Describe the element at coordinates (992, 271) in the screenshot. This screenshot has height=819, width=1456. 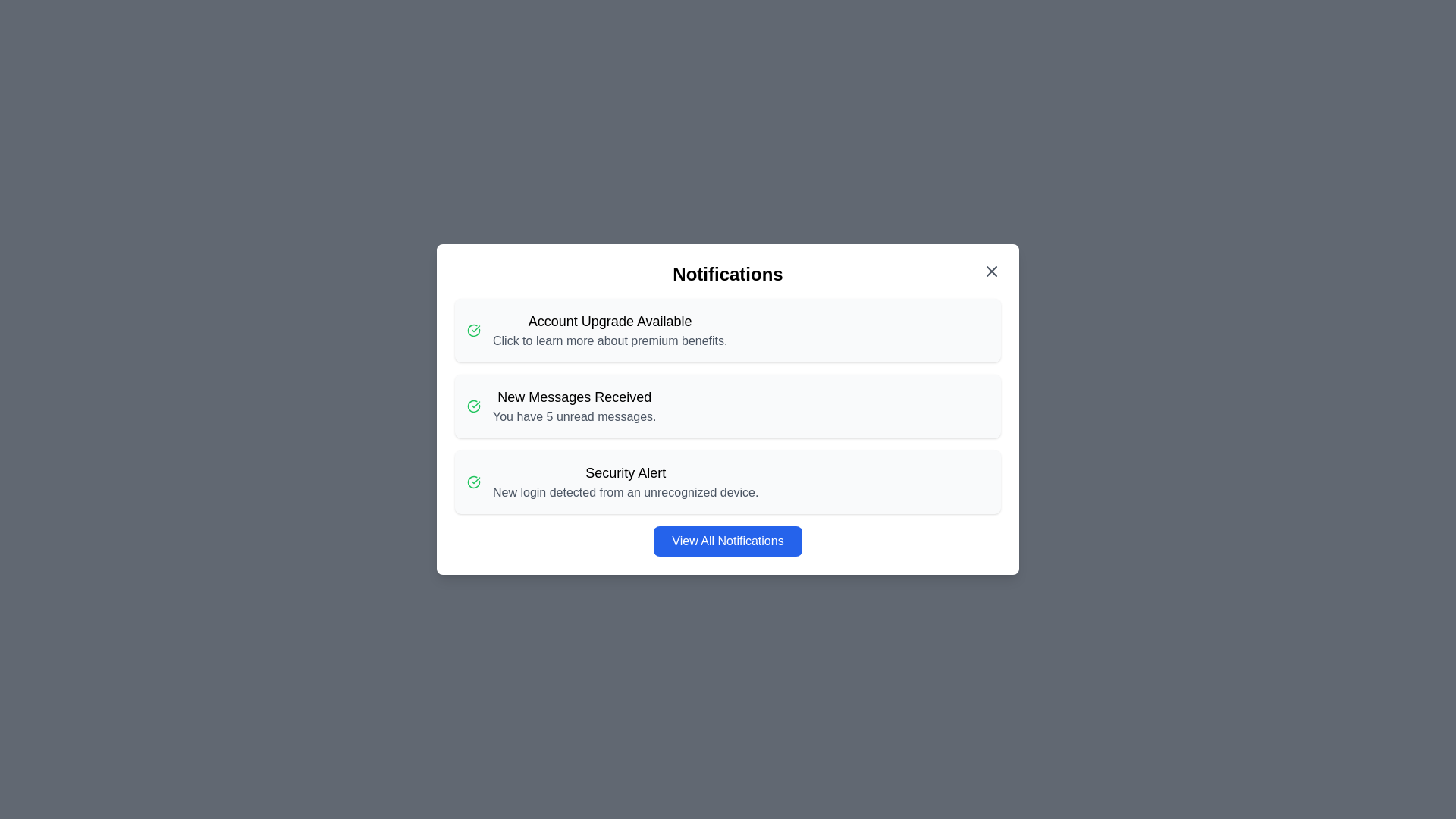
I see `the small circular button with a minimalist 'X' icon located at the top right corner of the notifications panel` at that location.